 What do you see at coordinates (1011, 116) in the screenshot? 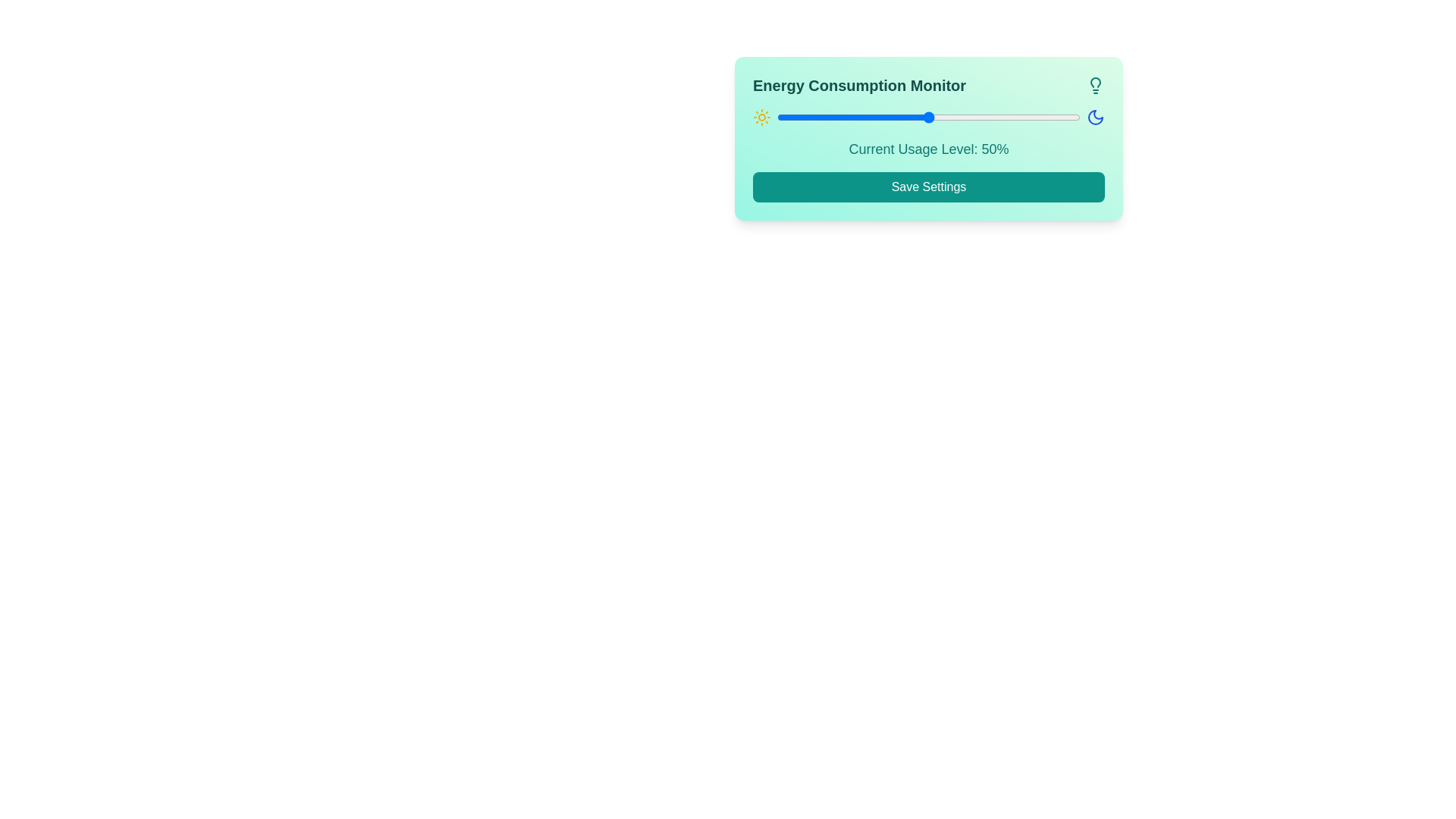
I see `the slider to set the energy usage level to 77%` at bounding box center [1011, 116].